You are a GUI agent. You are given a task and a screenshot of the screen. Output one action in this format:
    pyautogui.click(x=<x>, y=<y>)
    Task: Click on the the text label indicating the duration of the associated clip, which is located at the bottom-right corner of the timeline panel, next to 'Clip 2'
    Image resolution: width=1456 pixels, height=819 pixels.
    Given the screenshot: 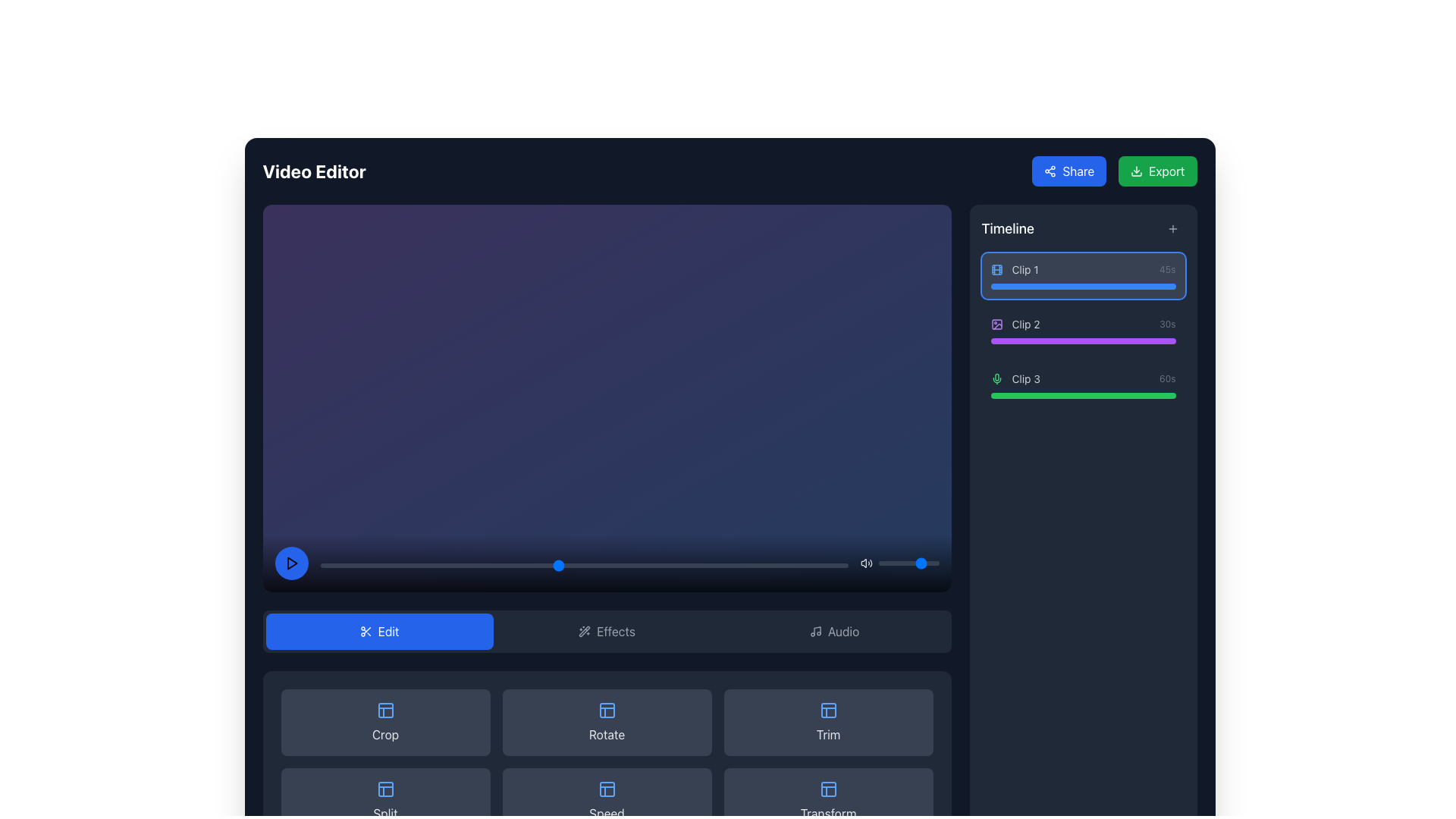 What is the action you would take?
    pyautogui.click(x=1166, y=324)
    